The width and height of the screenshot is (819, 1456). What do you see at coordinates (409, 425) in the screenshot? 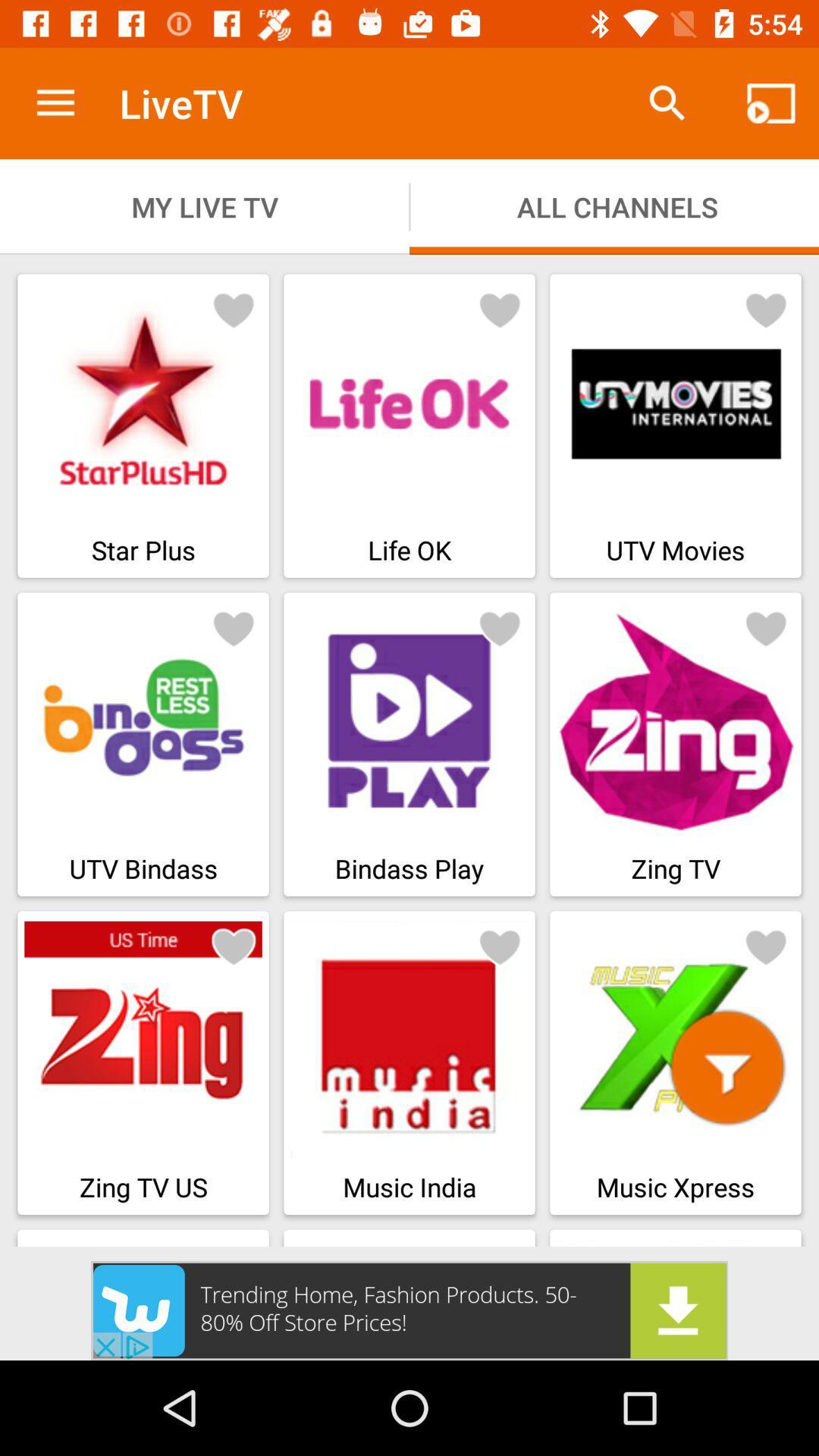
I see `the life ok image text` at bounding box center [409, 425].